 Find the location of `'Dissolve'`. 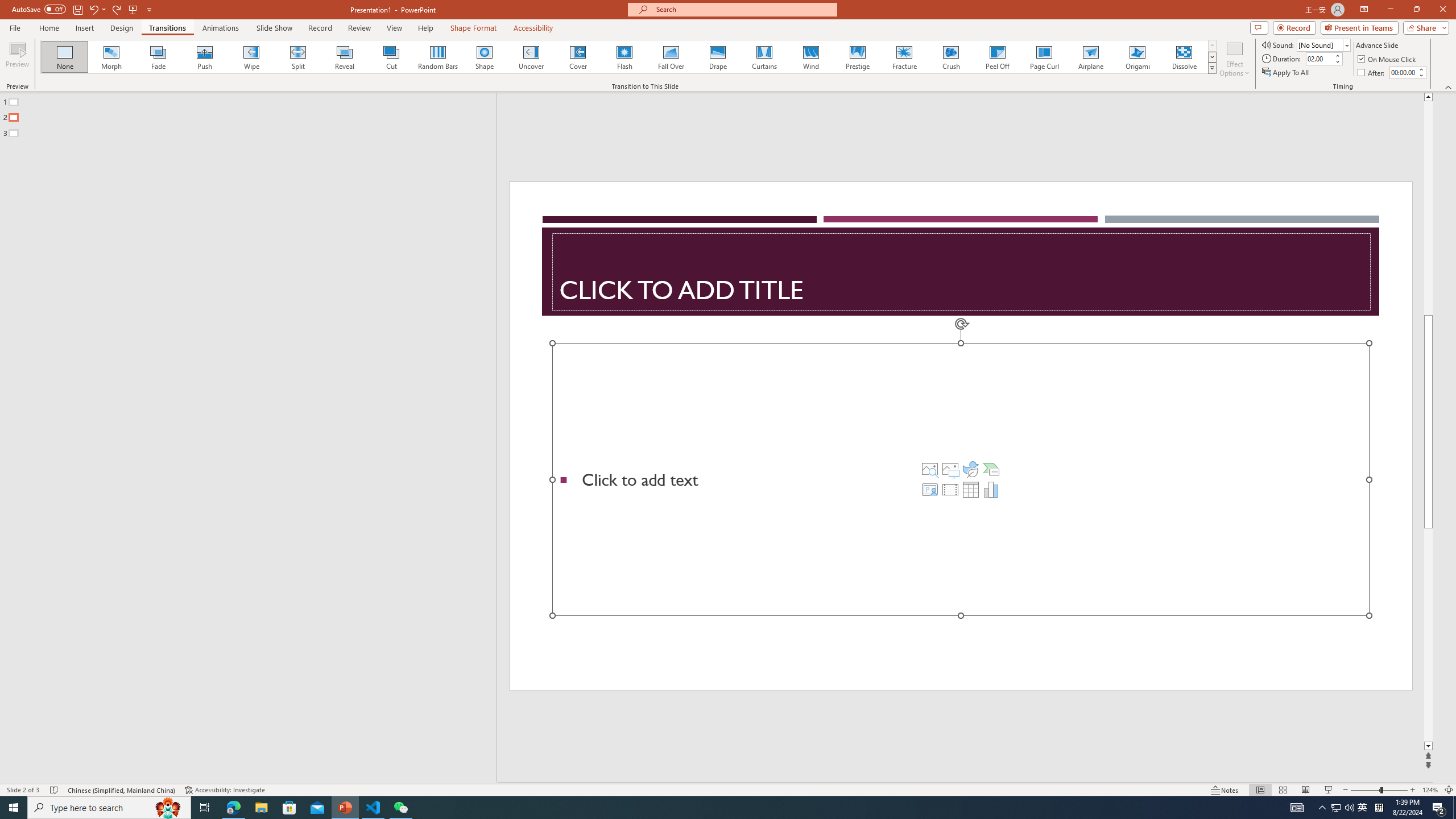

'Dissolve' is located at coordinates (1183, 56).